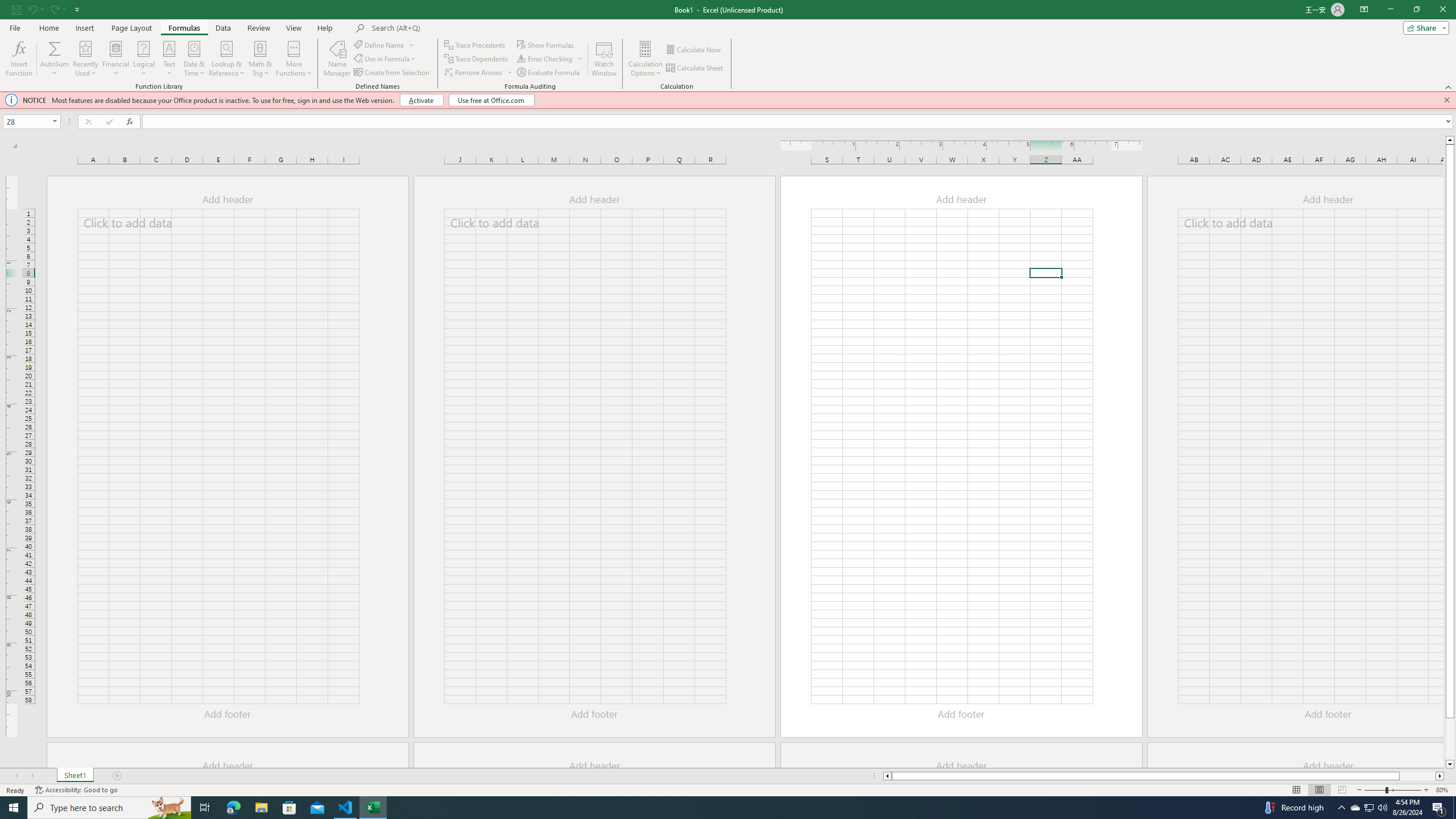 Image resolution: width=1456 pixels, height=819 pixels. Describe the element at coordinates (18, 59) in the screenshot. I see `'Insert Function...'` at that location.